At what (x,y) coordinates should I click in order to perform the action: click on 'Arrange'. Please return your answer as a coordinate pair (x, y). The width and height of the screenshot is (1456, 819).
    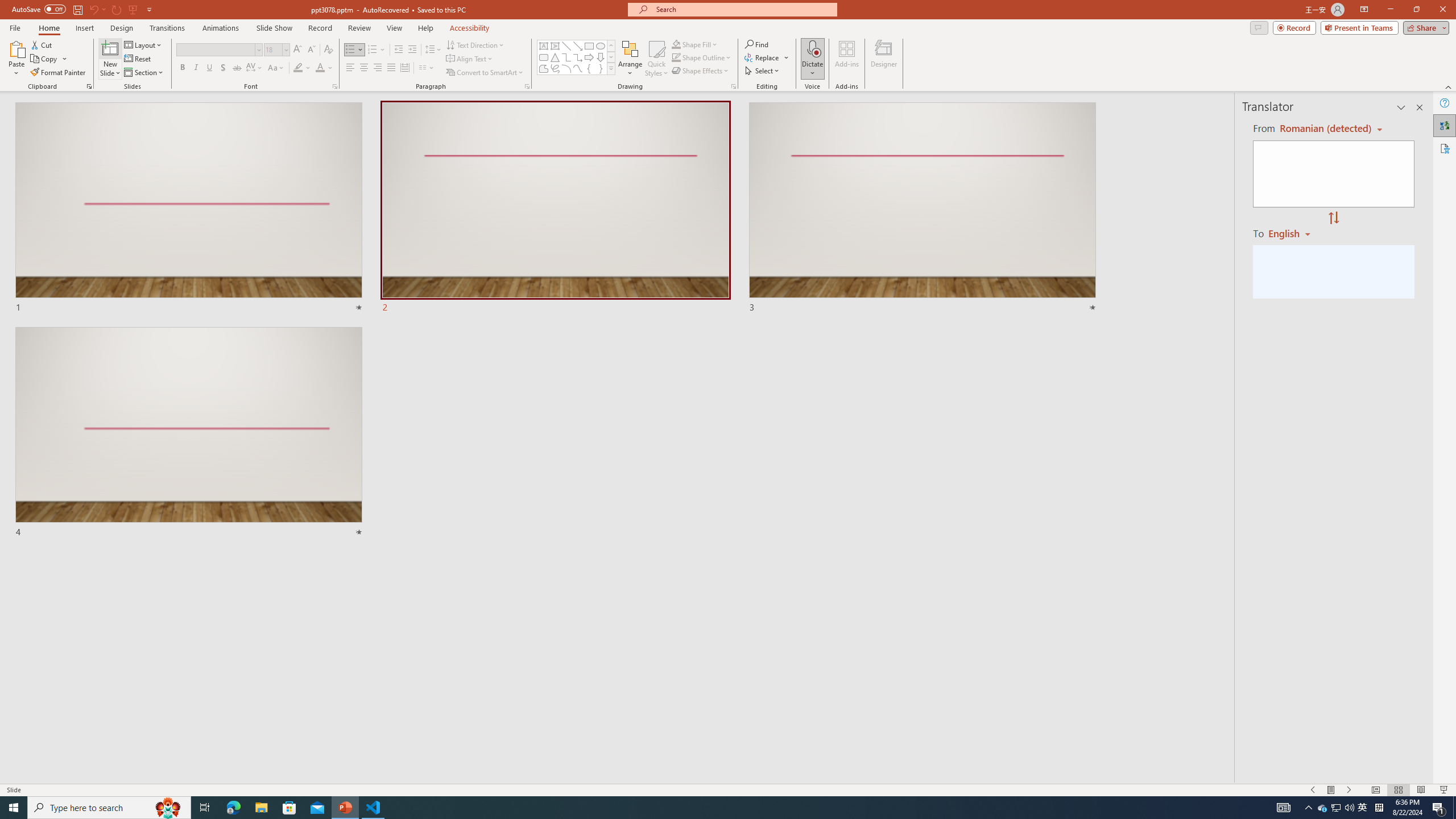
    Looking at the image, I should click on (630, 59).